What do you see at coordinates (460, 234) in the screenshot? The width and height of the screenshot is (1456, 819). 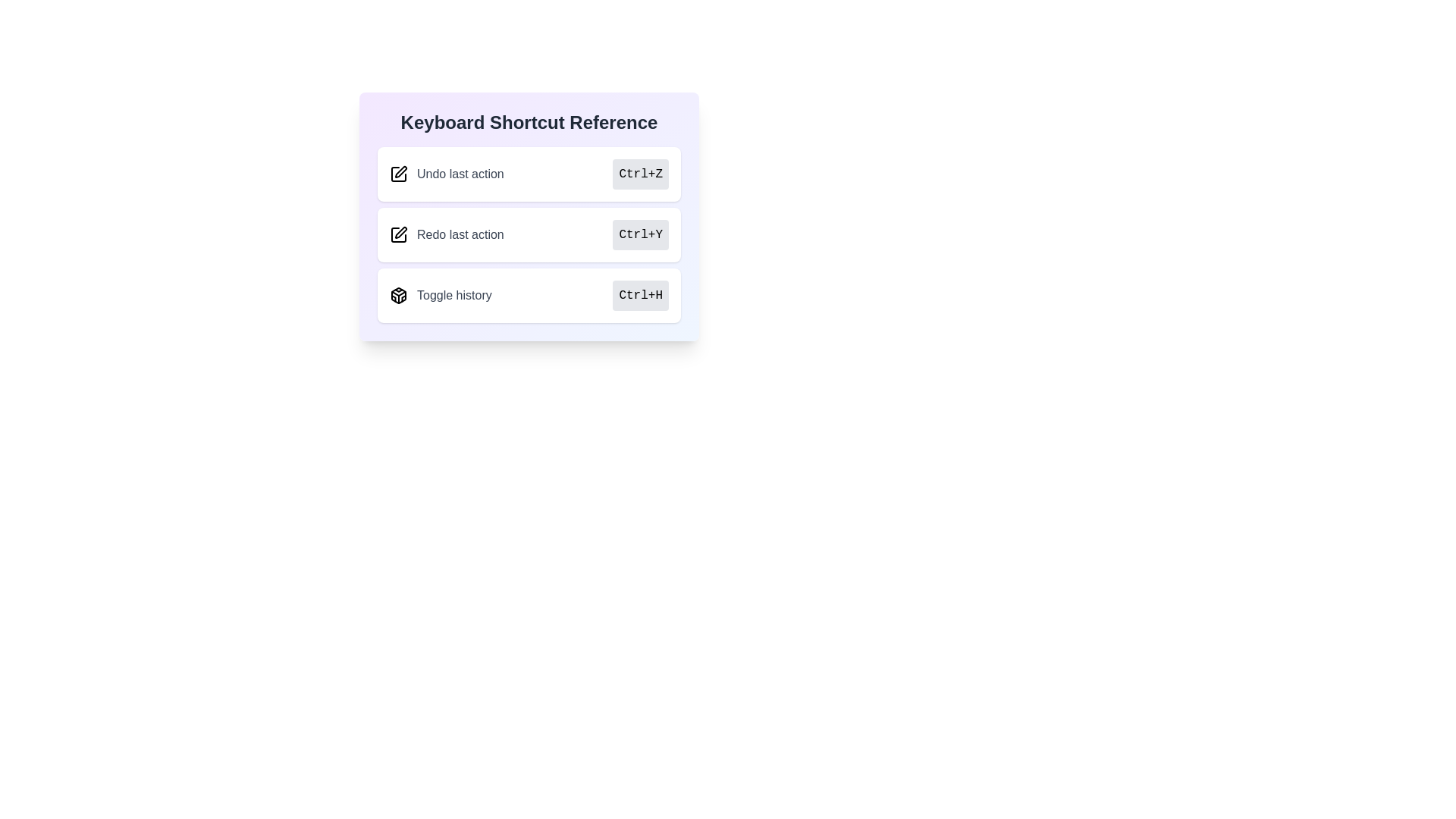 I see `the text label that describes the keyboard shortcut action, located in the middle row of the 'Keyboard Shortcut Reference' section, between 'Undo last action' and 'Toggle history'` at bounding box center [460, 234].